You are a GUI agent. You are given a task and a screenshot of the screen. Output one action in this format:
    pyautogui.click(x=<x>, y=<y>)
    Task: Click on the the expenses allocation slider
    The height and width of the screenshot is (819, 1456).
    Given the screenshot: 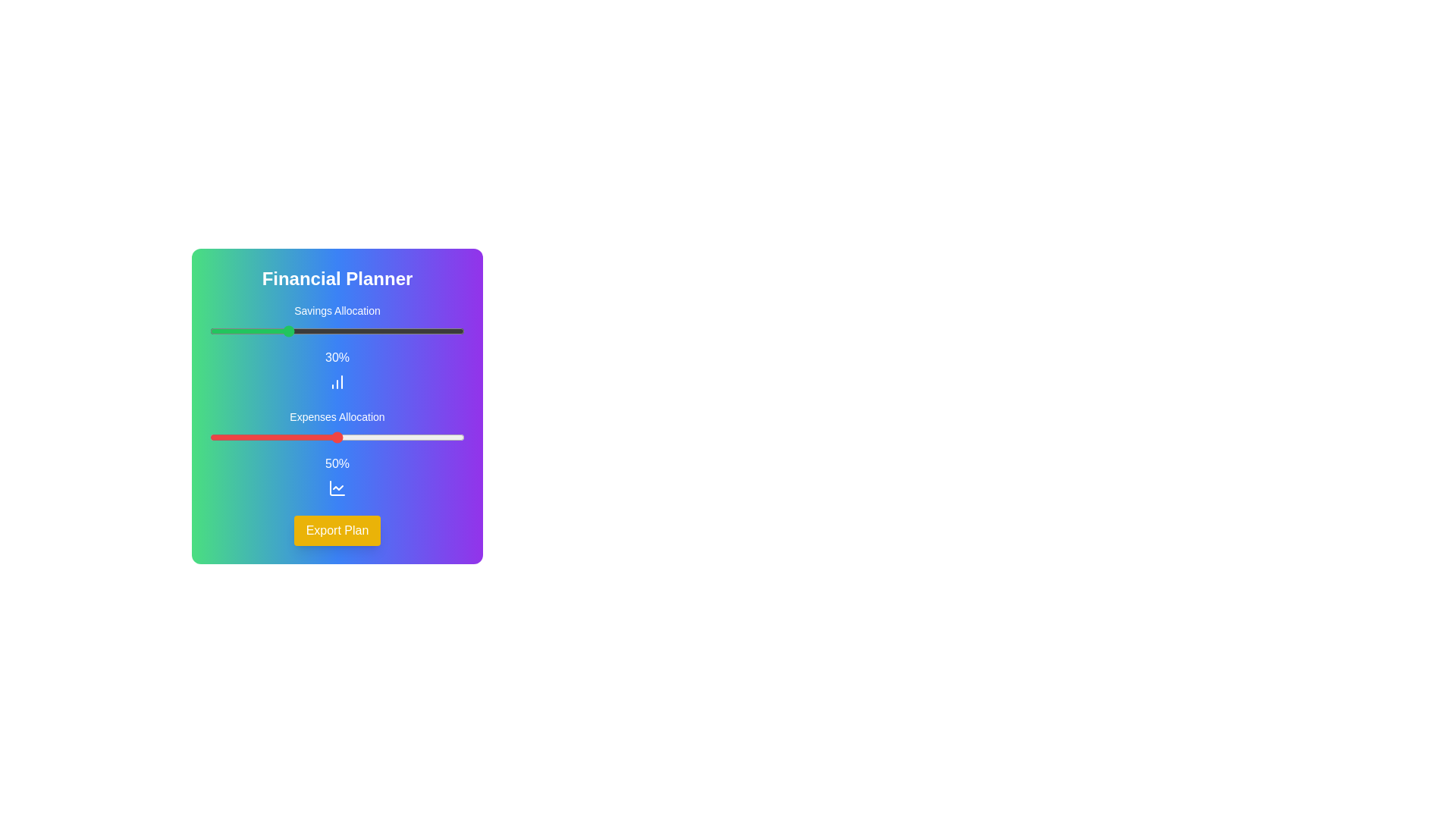 What is the action you would take?
    pyautogui.click(x=381, y=438)
    